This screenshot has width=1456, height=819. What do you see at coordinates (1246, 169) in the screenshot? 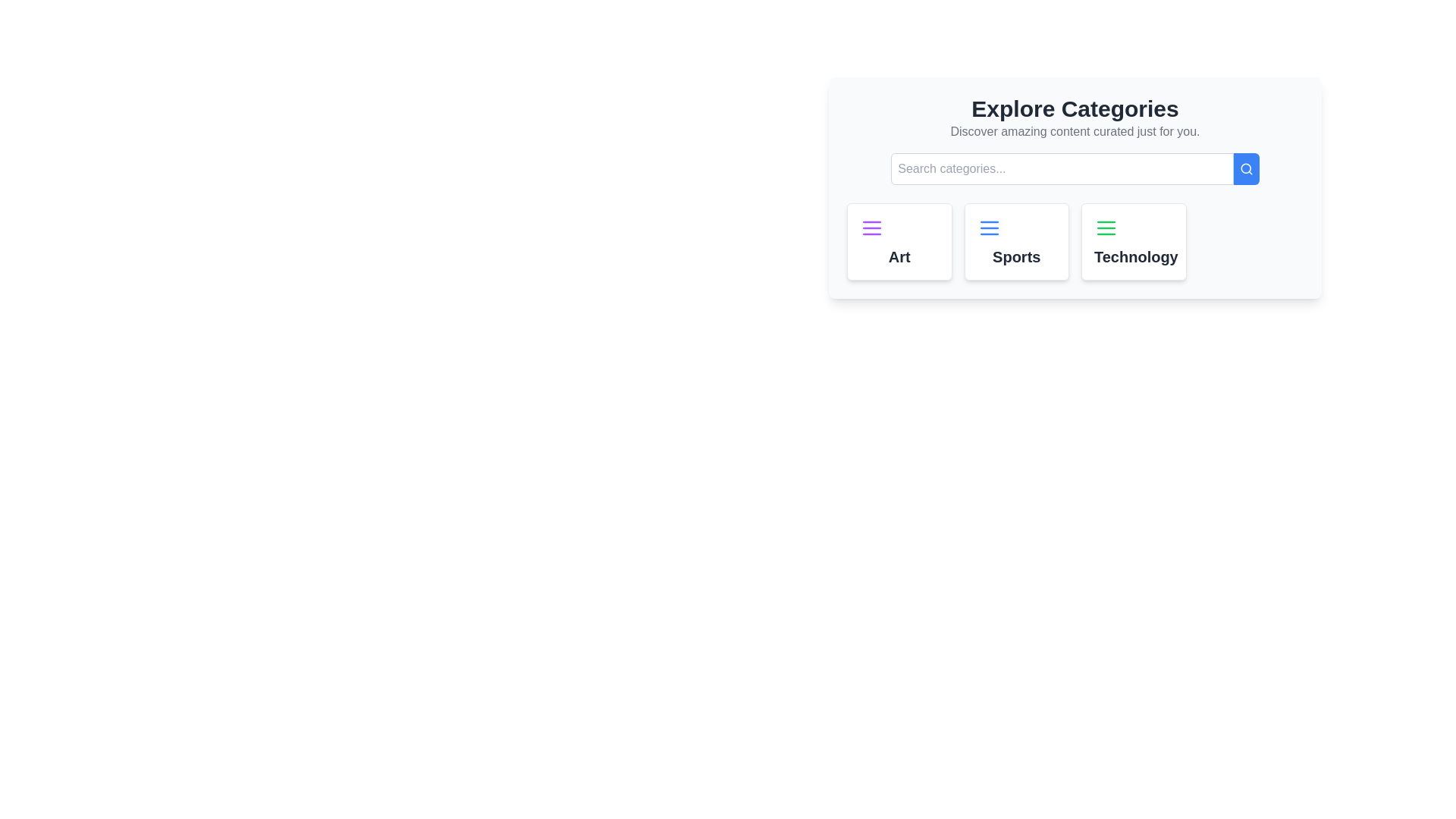
I see `the search action trigger icon located at the top-right corner of the search bar` at bounding box center [1246, 169].